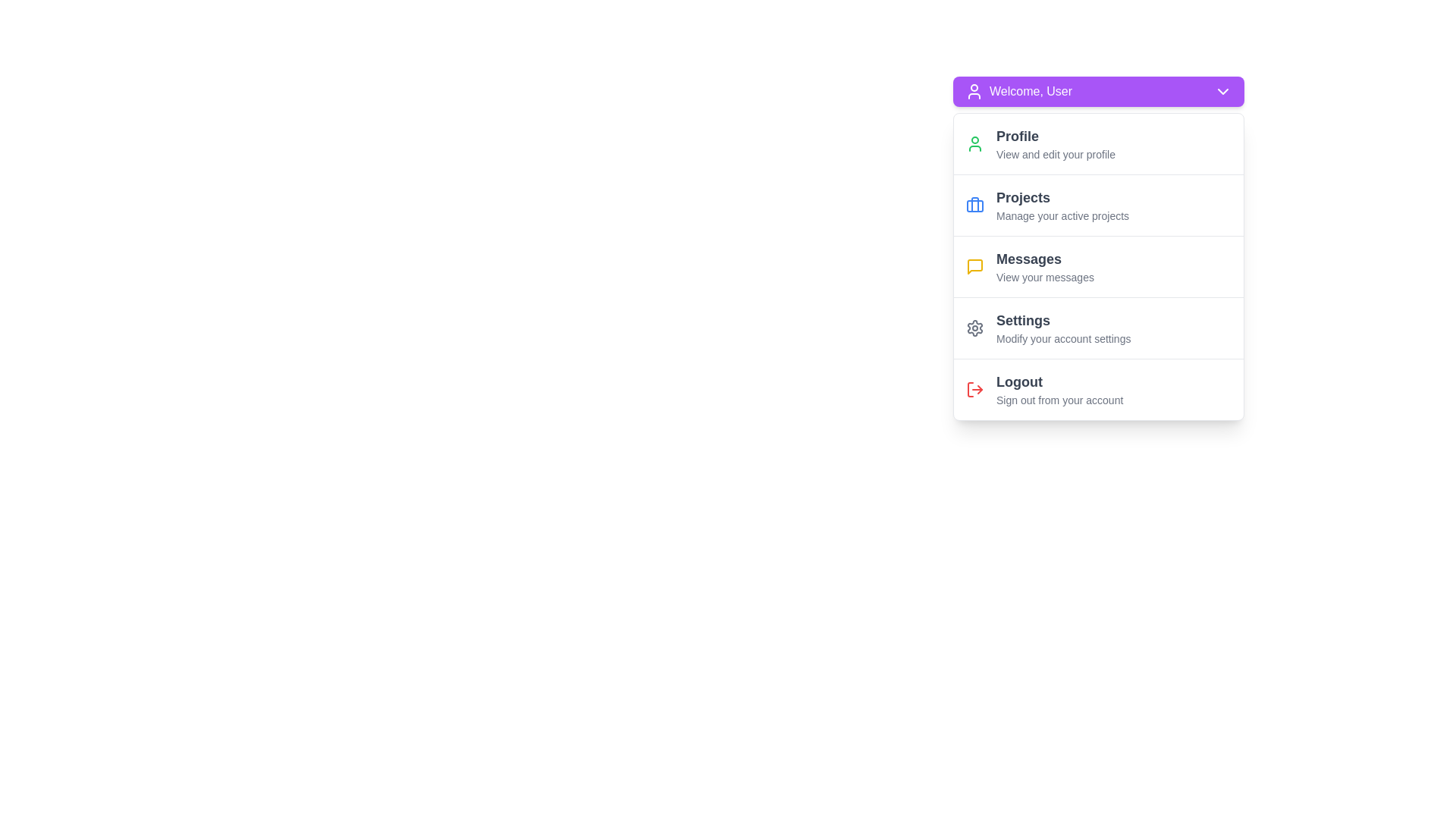 This screenshot has height=819, width=1456. What do you see at coordinates (1044, 265) in the screenshot?
I see `the 'Messages' text label in the dropdown menu under 'Welcome, User'` at bounding box center [1044, 265].